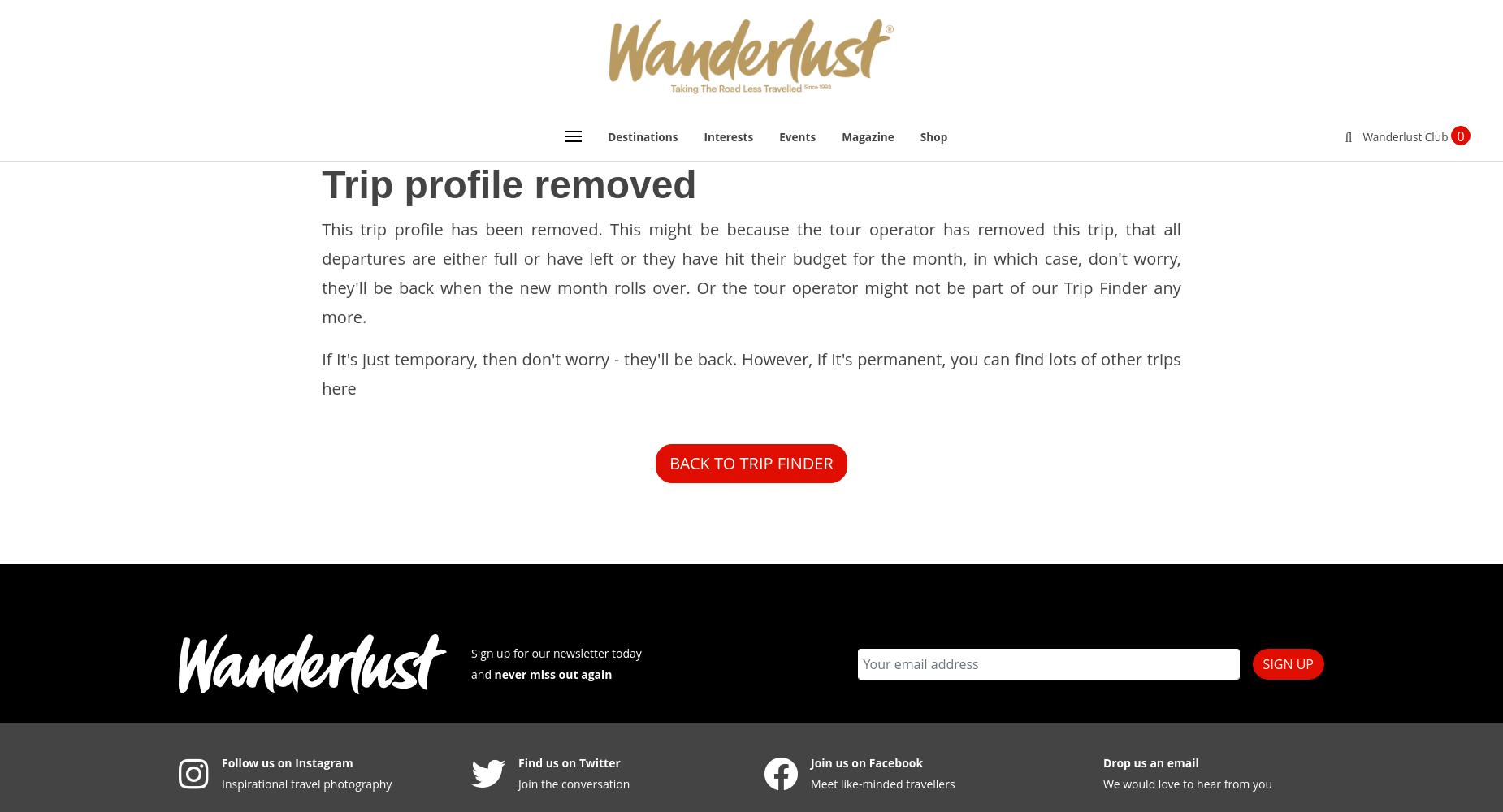 The width and height of the screenshot is (1503, 812). What do you see at coordinates (286, 762) in the screenshot?
I see `'Follow us on Instagram'` at bounding box center [286, 762].